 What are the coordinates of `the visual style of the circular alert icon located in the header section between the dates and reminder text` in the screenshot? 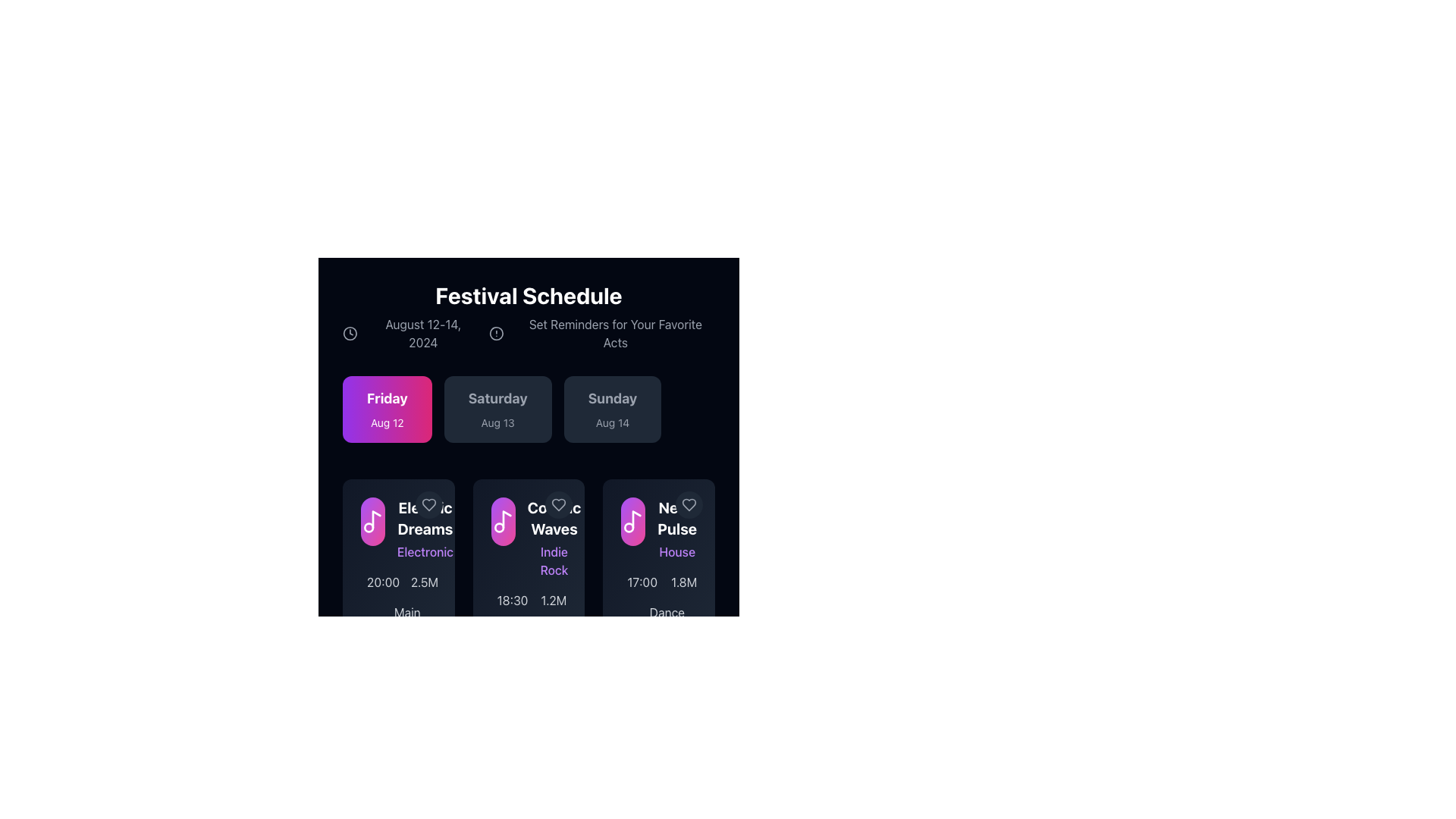 It's located at (496, 332).